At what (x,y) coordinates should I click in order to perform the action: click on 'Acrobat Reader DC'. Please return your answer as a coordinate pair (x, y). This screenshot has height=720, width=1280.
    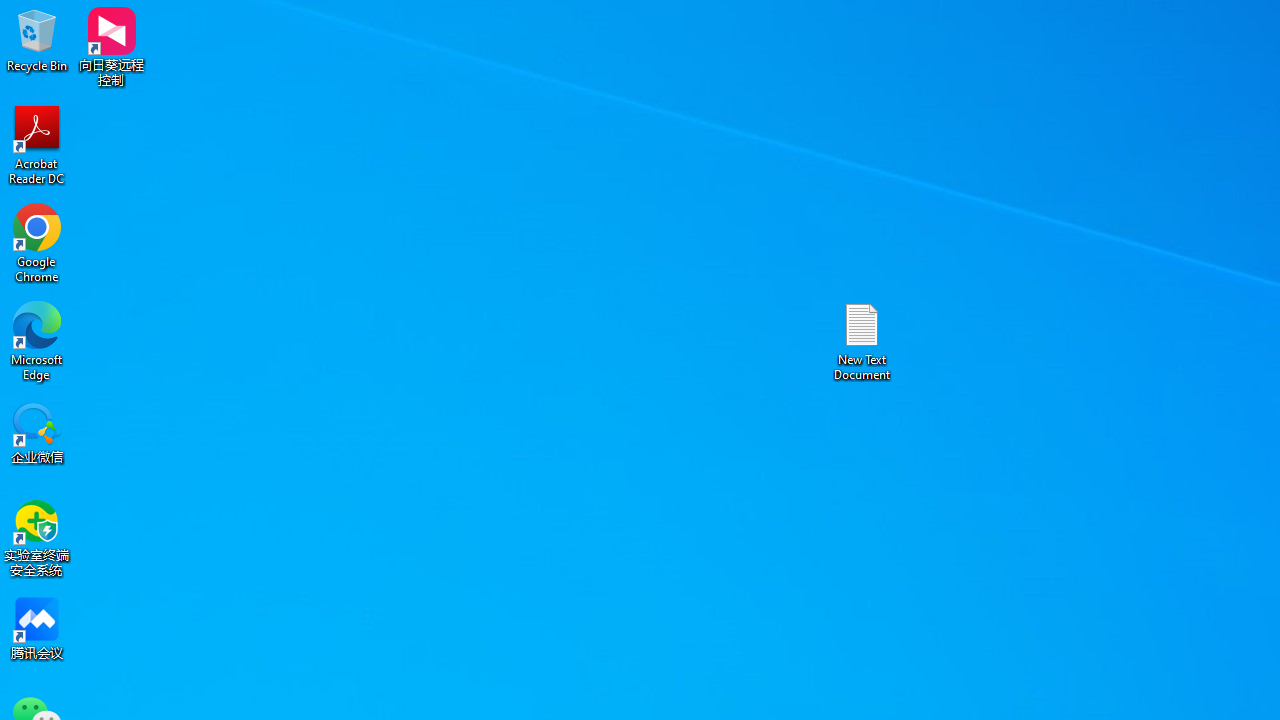
    Looking at the image, I should click on (37, 144).